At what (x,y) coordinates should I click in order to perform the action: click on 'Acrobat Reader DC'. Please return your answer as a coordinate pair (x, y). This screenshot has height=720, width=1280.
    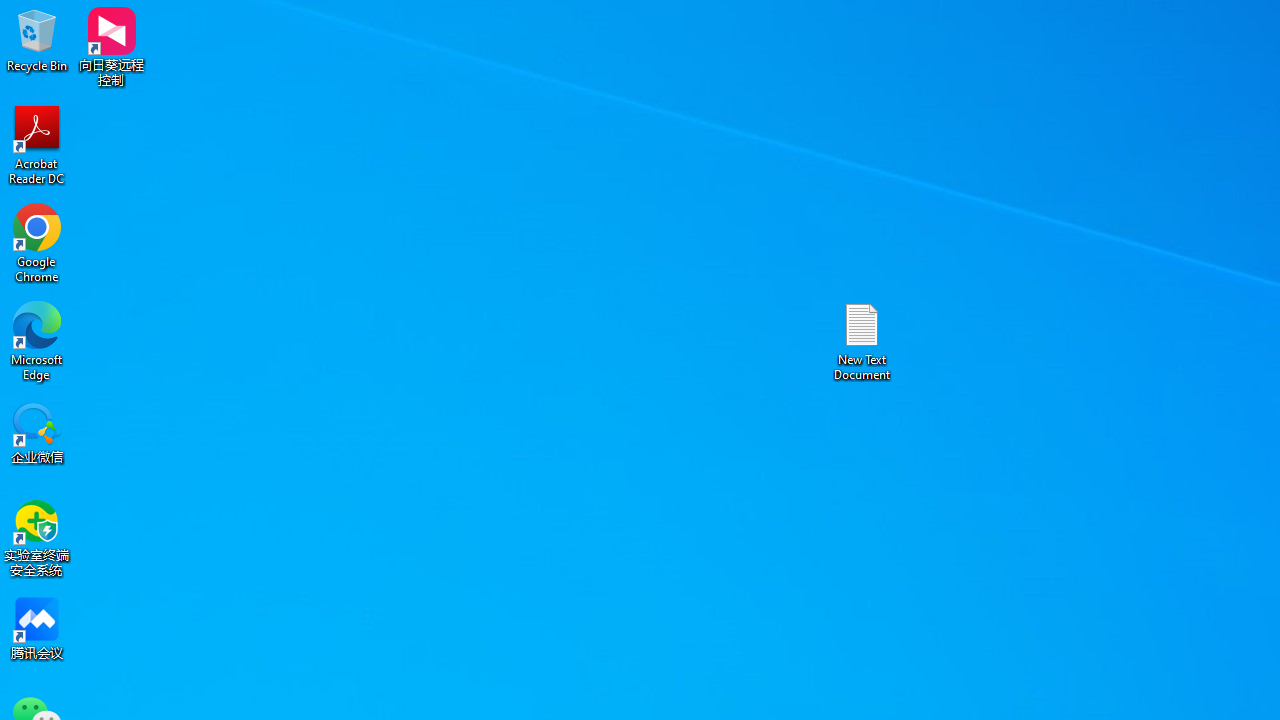
    Looking at the image, I should click on (37, 144).